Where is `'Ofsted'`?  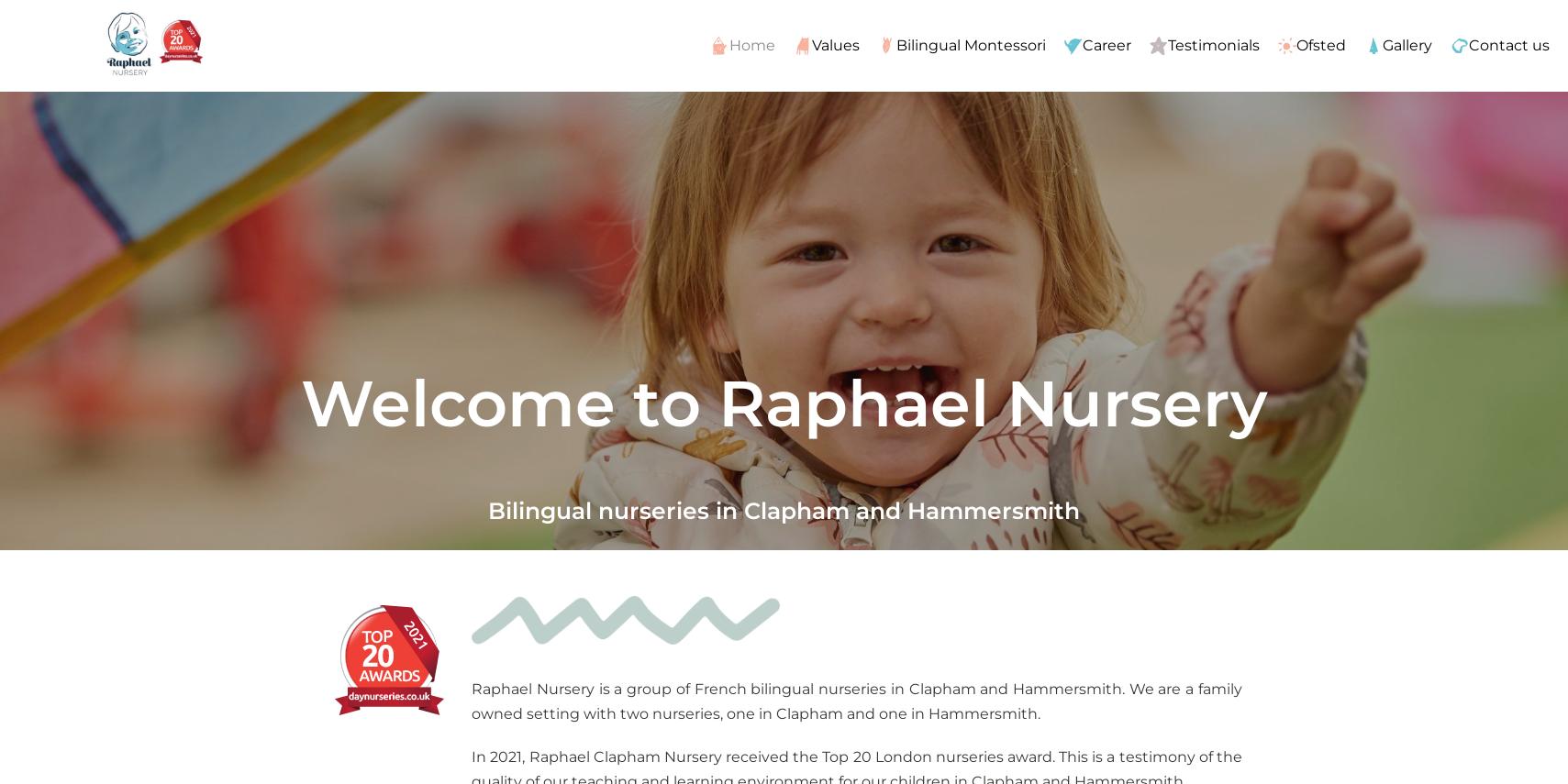 'Ofsted' is located at coordinates (1319, 43).